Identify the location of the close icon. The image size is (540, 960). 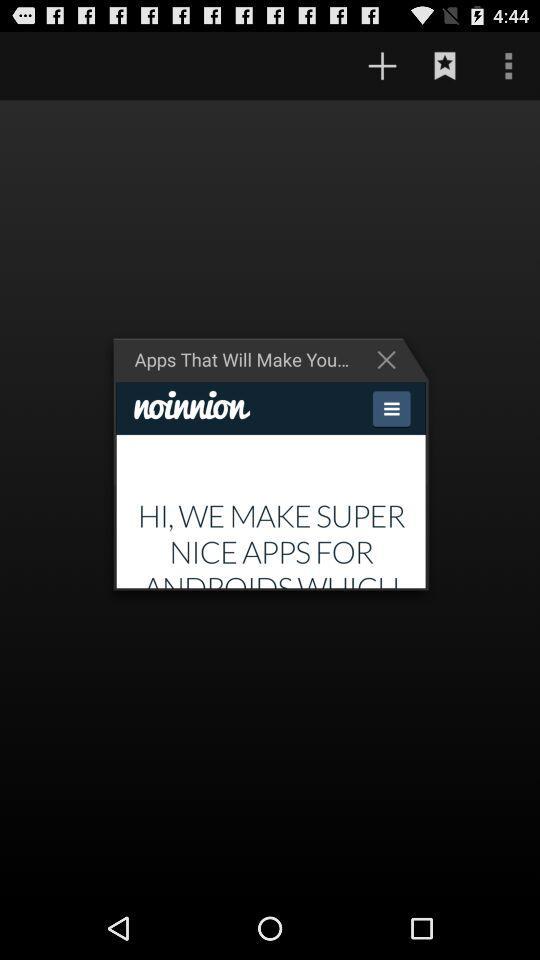
(391, 383).